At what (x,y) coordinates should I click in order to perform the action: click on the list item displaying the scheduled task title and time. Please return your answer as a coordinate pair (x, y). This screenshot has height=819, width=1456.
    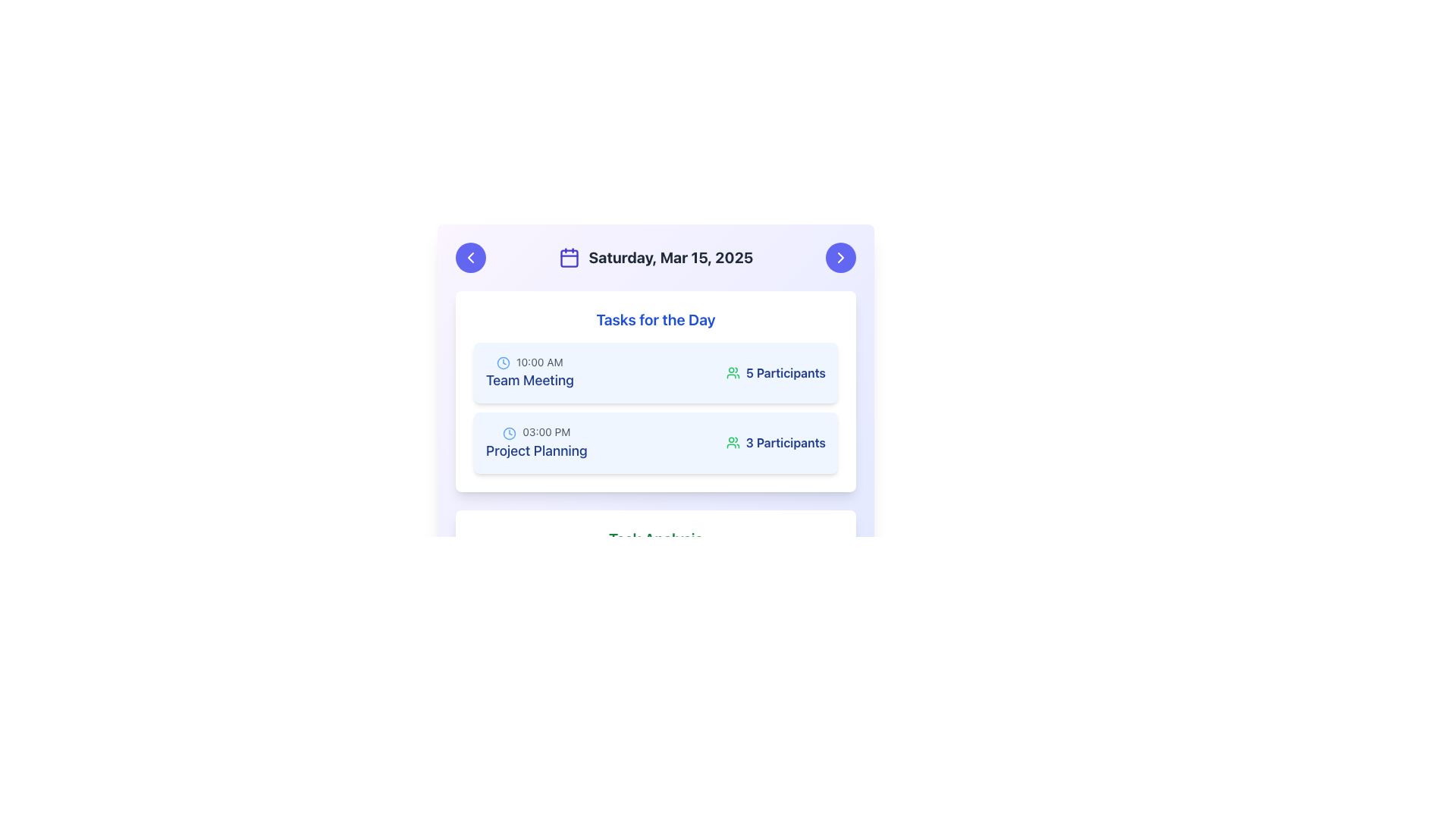
    Looking at the image, I should click on (536, 443).